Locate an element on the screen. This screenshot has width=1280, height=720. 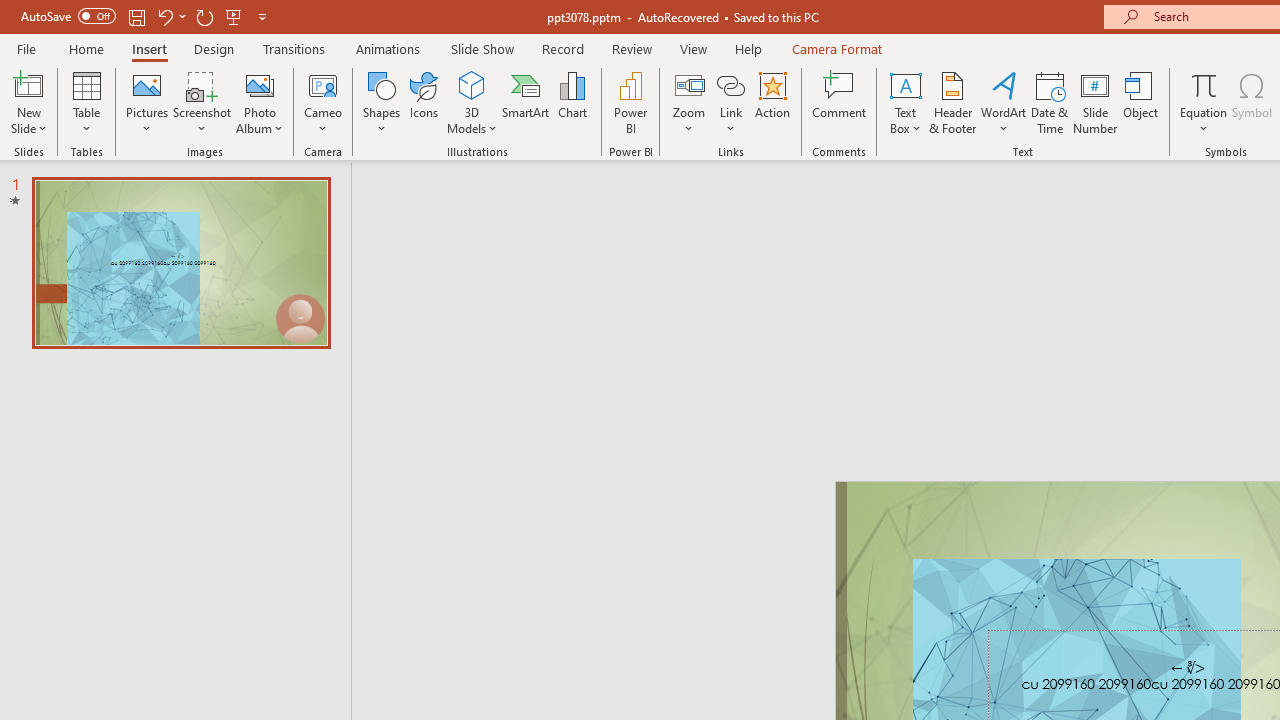
'Icons' is located at coordinates (423, 103).